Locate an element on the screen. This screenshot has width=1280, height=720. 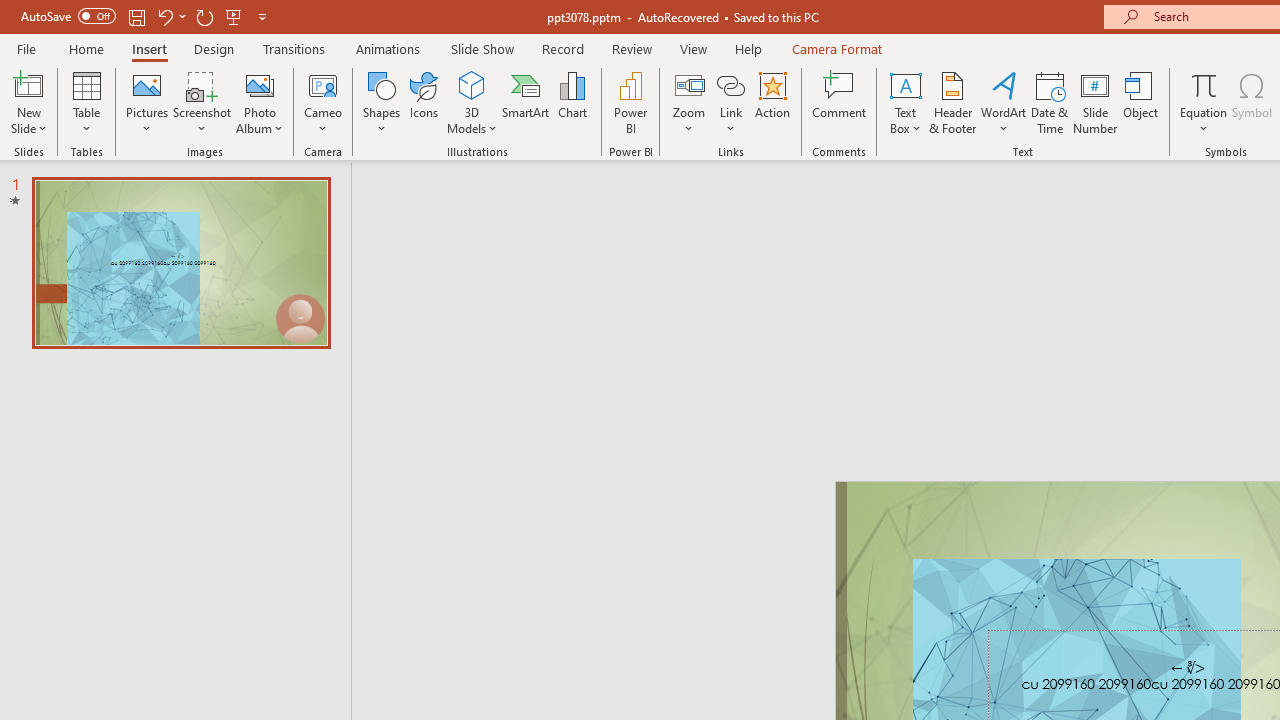
'Icons' is located at coordinates (423, 103).